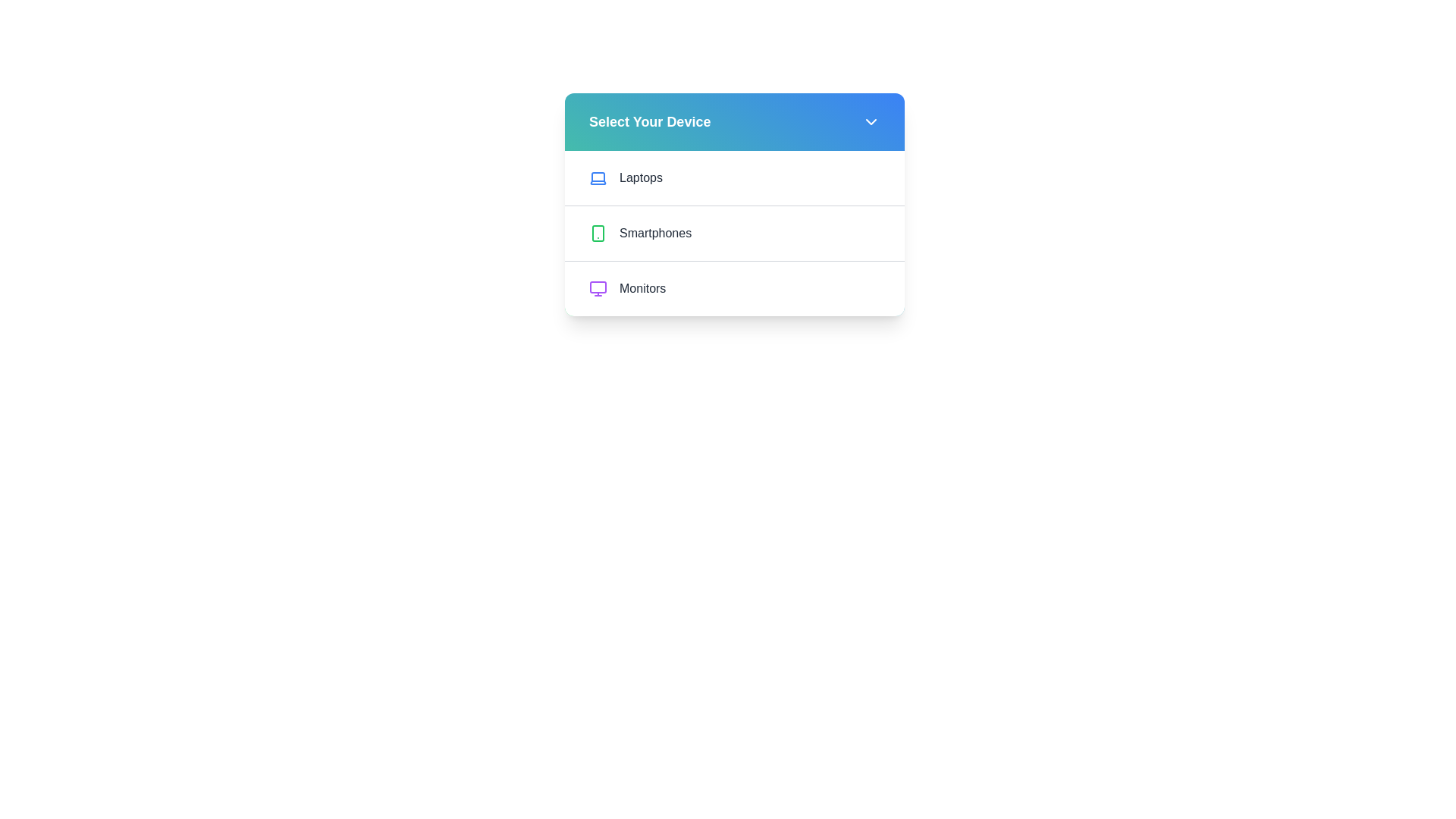 The image size is (1456, 819). Describe the element at coordinates (735, 121) in the screenshot. I see `the 'Select Your Device' button to toggle the menu` at that location.